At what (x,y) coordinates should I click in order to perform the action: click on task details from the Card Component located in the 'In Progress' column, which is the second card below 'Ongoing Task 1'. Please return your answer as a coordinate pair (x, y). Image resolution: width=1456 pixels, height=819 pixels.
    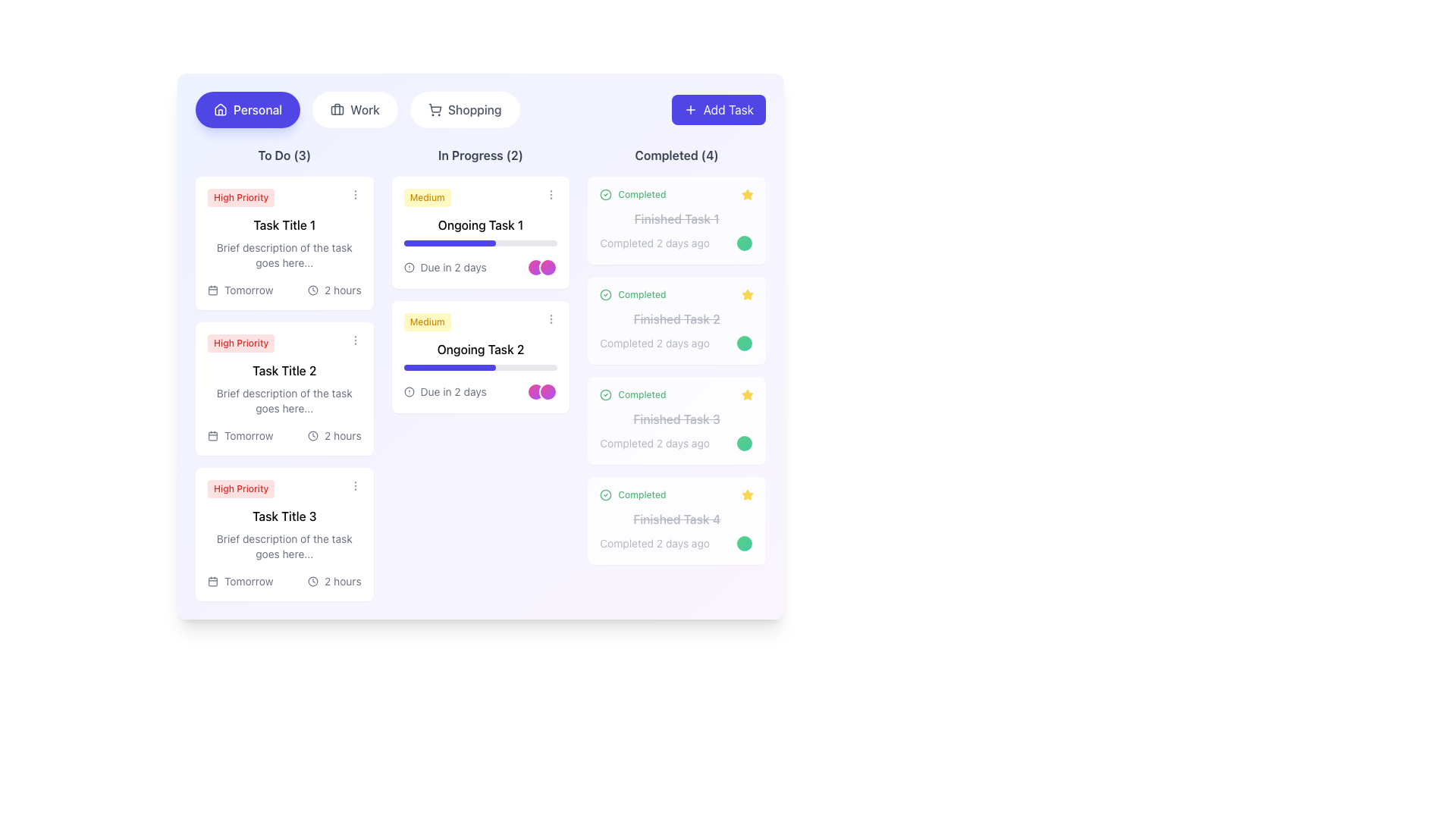
    Looking at the image, I should click on (479, 356).